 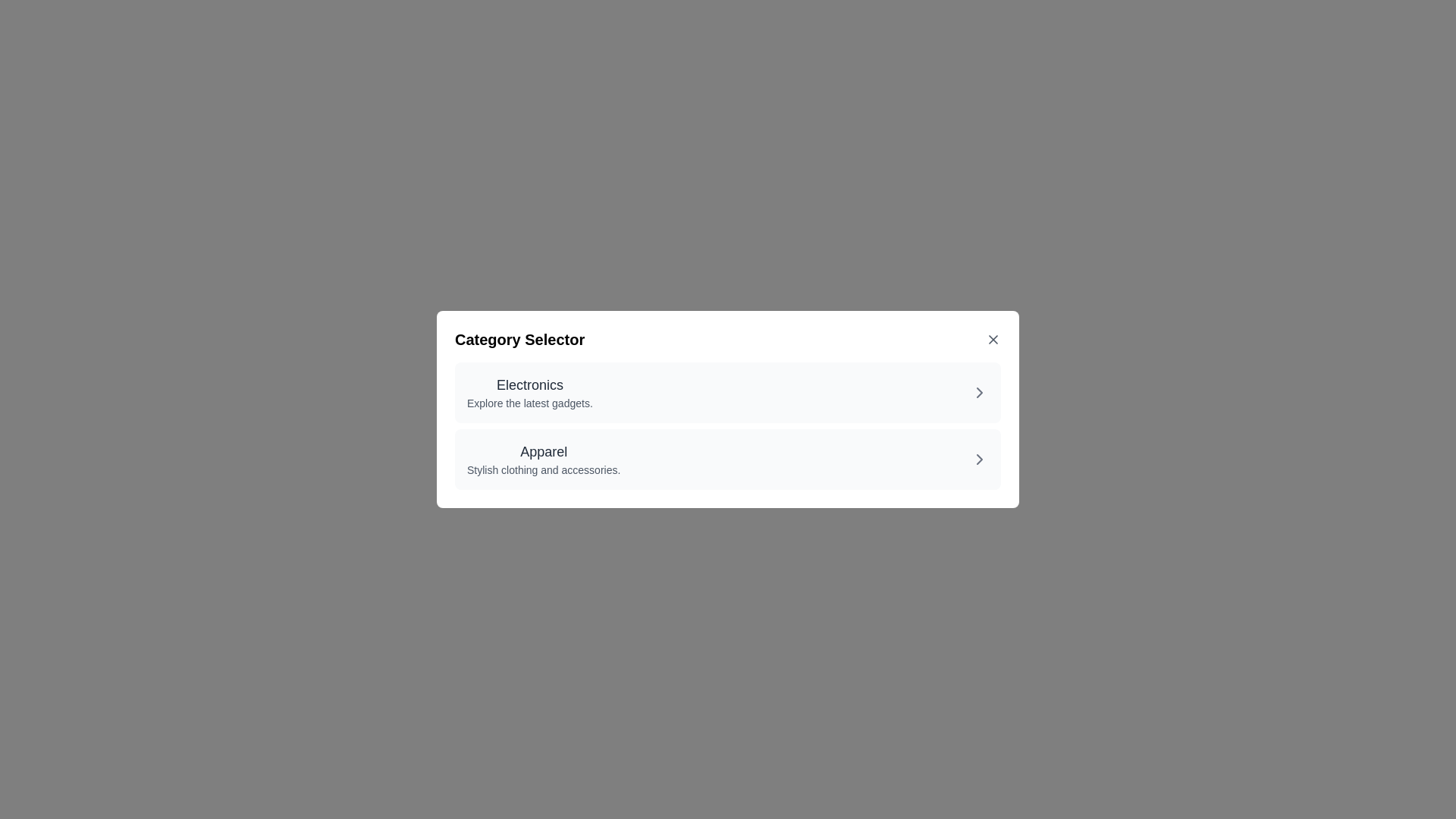 What do you see at coordinates (993, 338) in the screenshot?
I see `the close button icon located in the top-right corner of the modal` at bounding box center [993, 338].